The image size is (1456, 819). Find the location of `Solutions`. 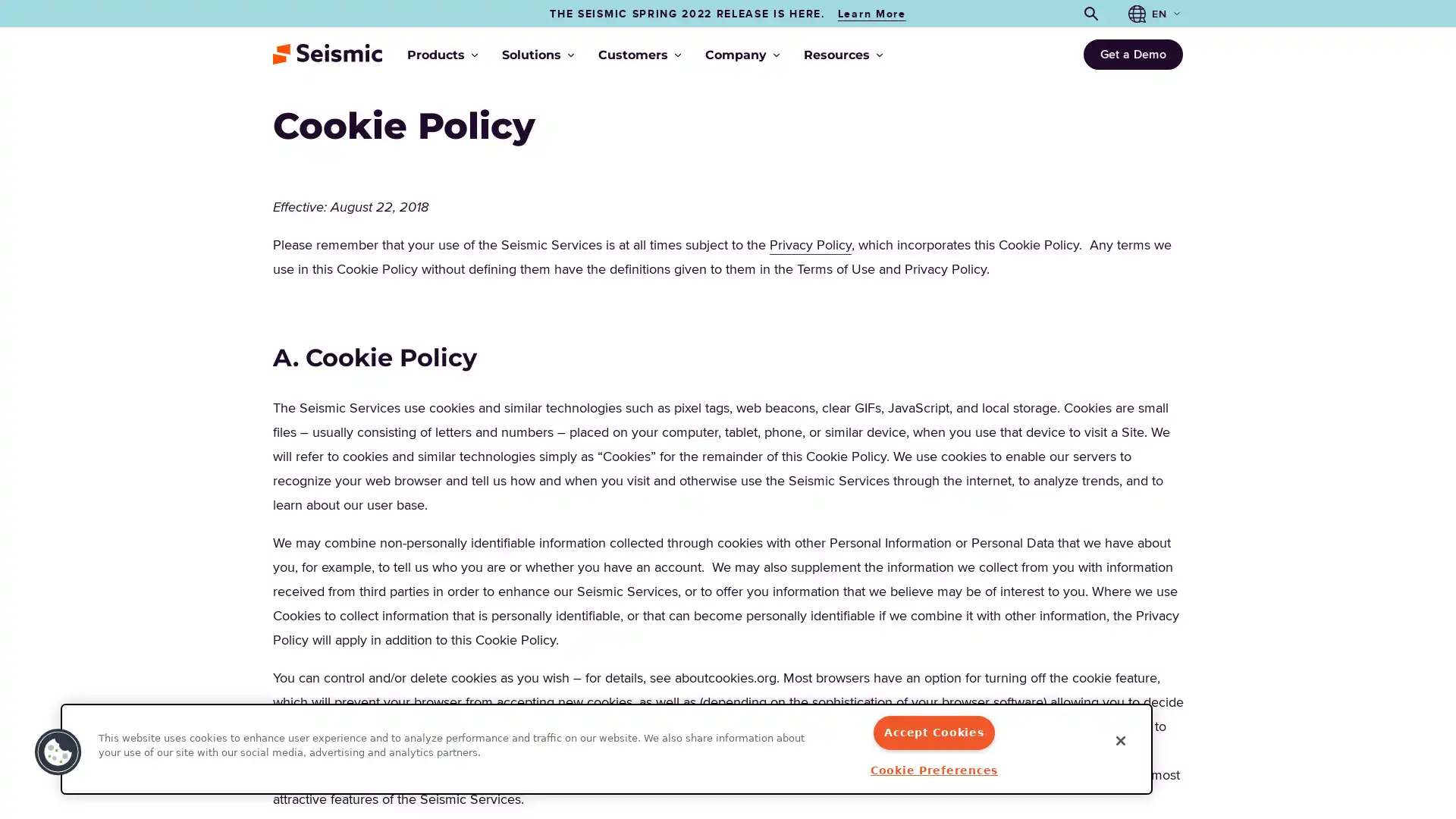

Solutions is located at coordinates (538, 57).